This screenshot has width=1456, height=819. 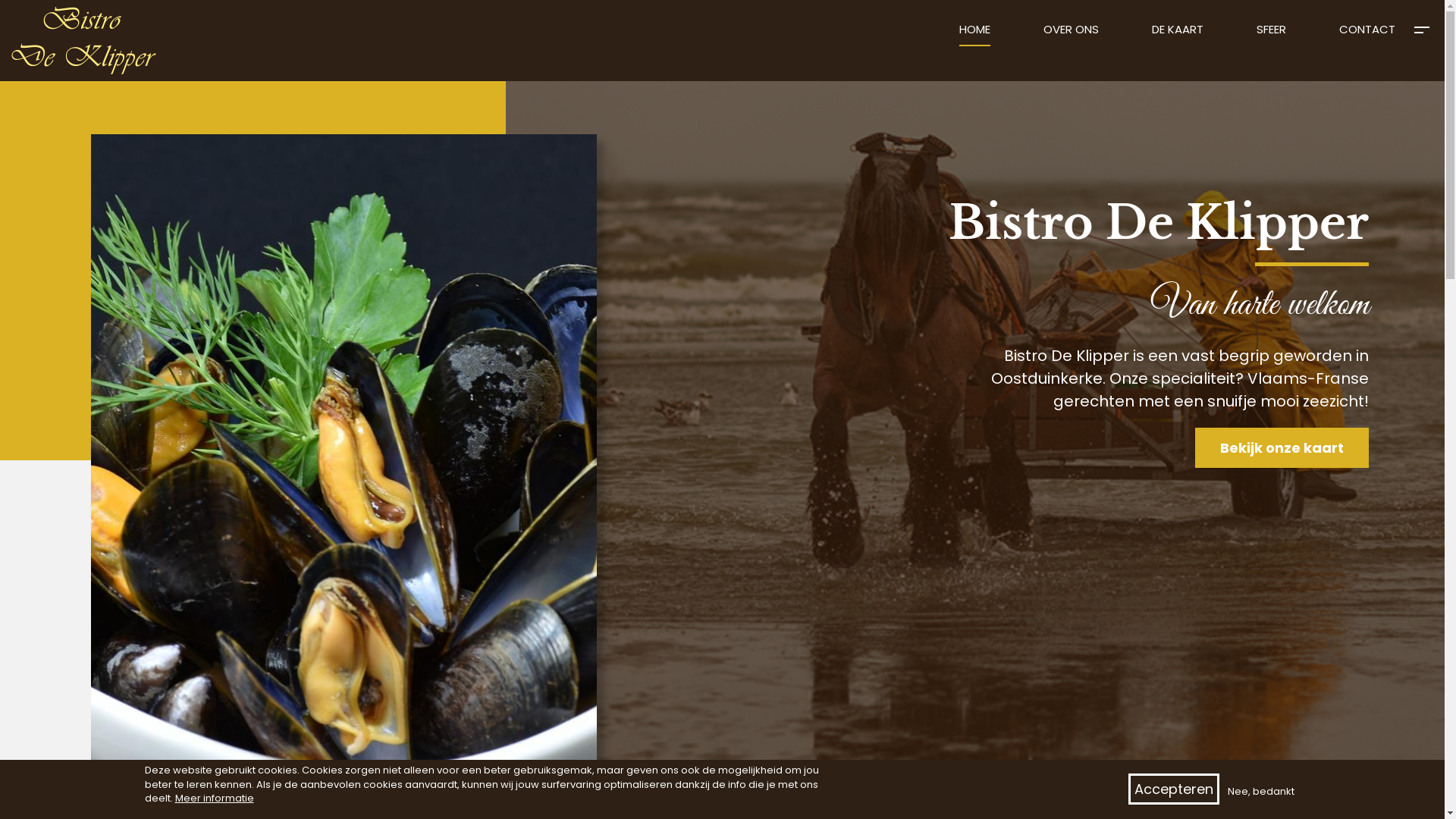 I want to click on 'Bistro De Klipper - Oostduinkerke', so click(x=0, y=0).